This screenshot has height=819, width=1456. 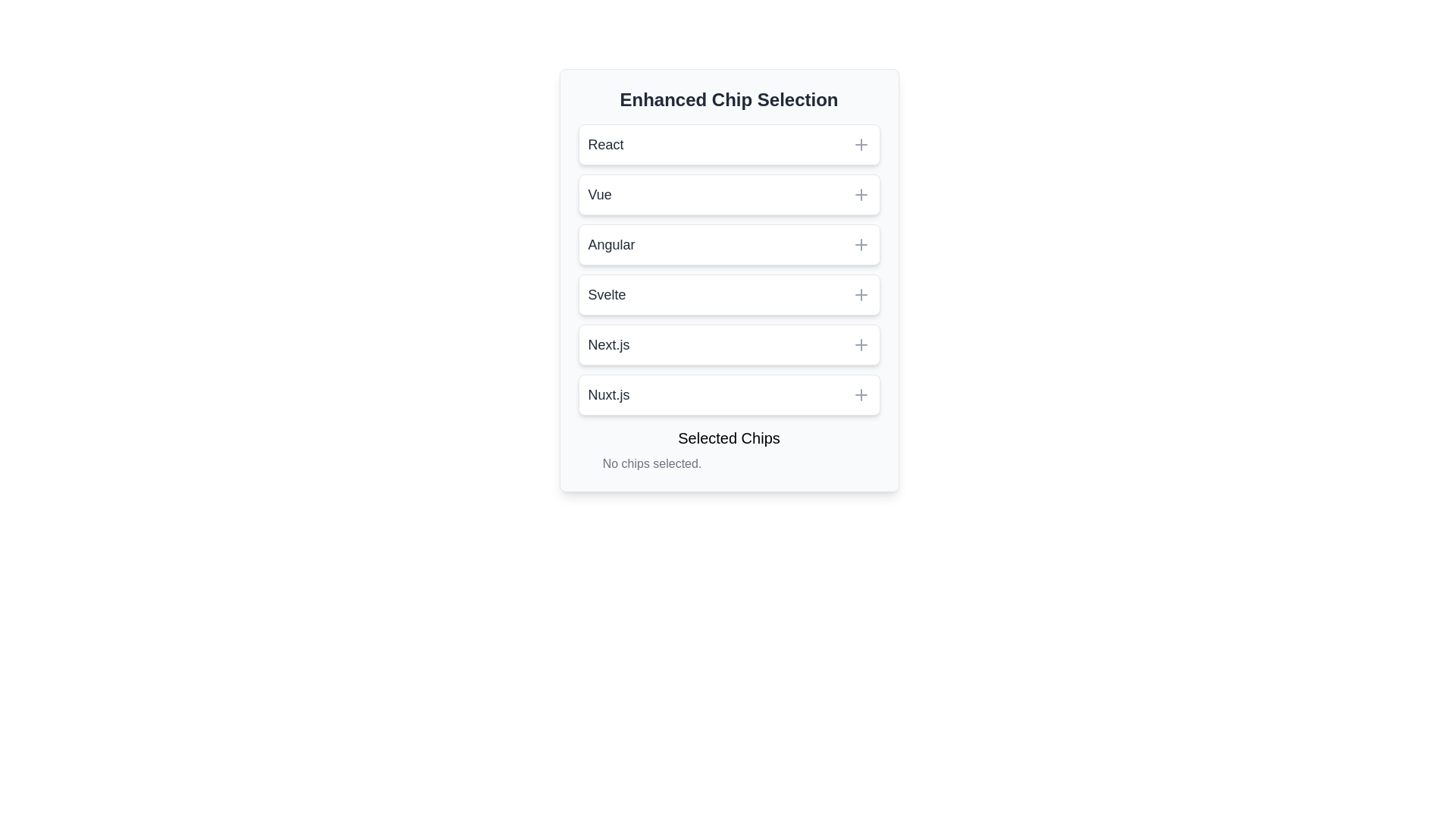 I want to click on the Icon button located to the right of the 'Vue' text in the second row of the vertically organized list, so click(x=861, y=194).